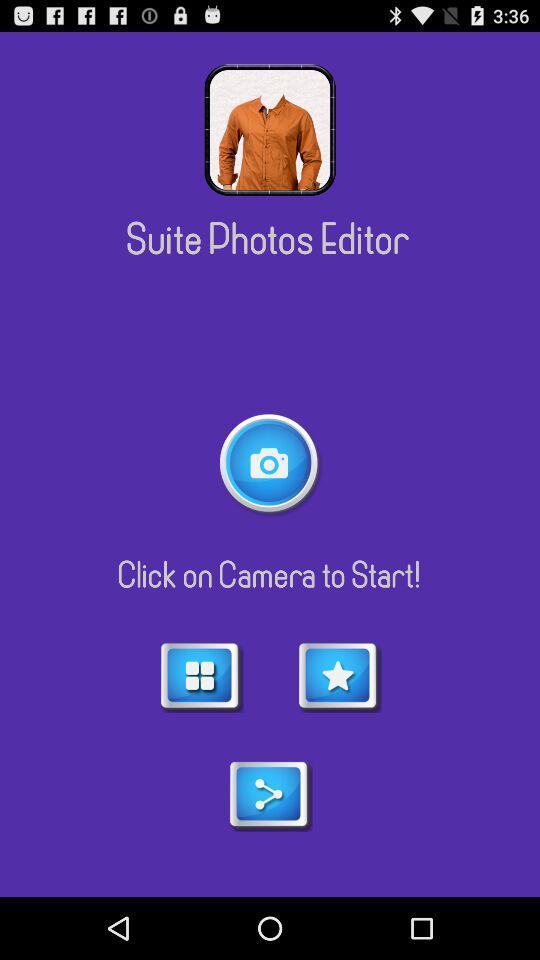 Image resolution: width=540 pixels, height=960 pixels. Describe the element at coordinates (270, 495) in the screenshot. I see `the photo icon` at that location.